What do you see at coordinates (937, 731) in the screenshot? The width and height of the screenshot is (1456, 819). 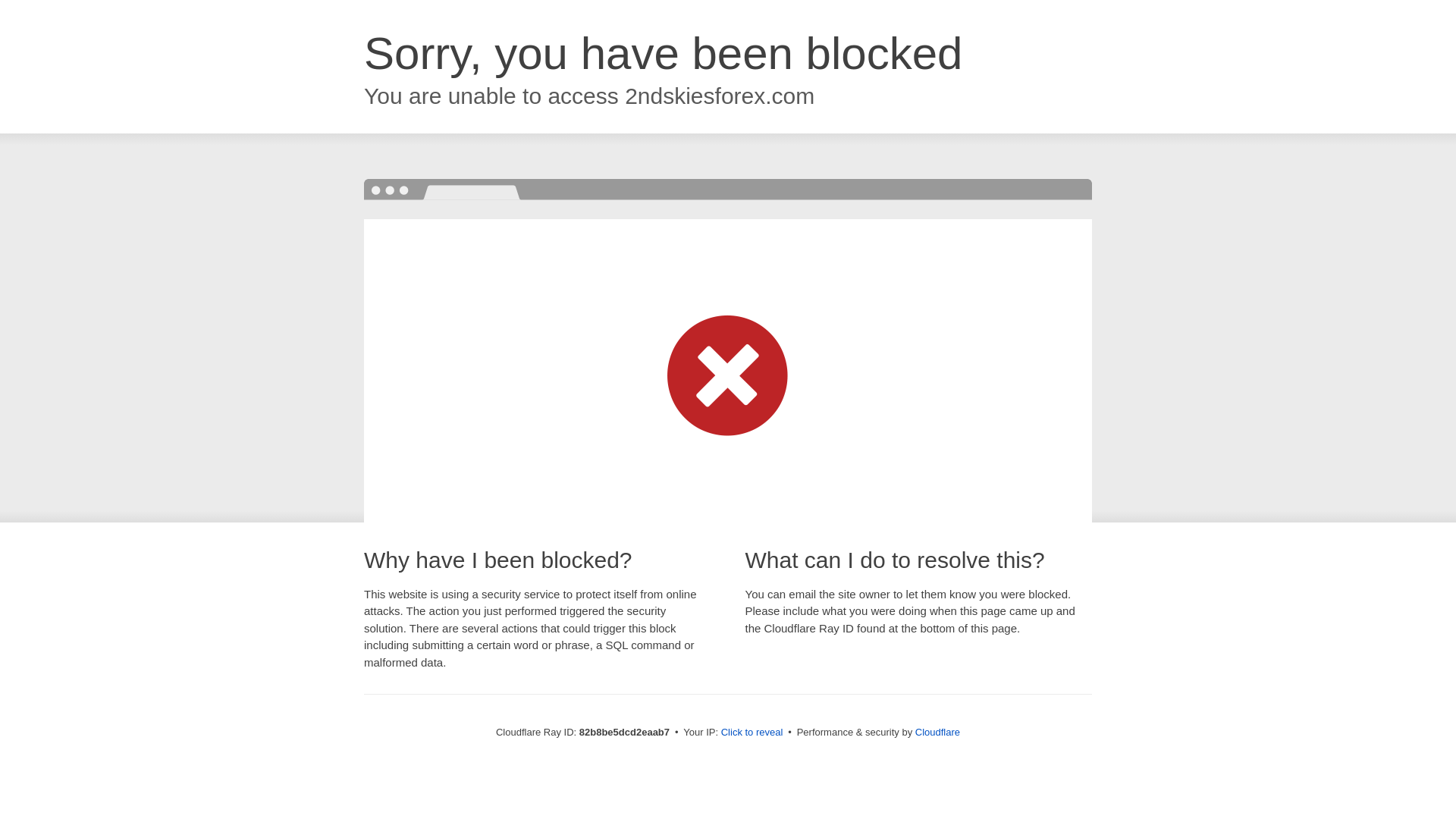 I see `'Cloudflare'` at bounding box center [937, 731].